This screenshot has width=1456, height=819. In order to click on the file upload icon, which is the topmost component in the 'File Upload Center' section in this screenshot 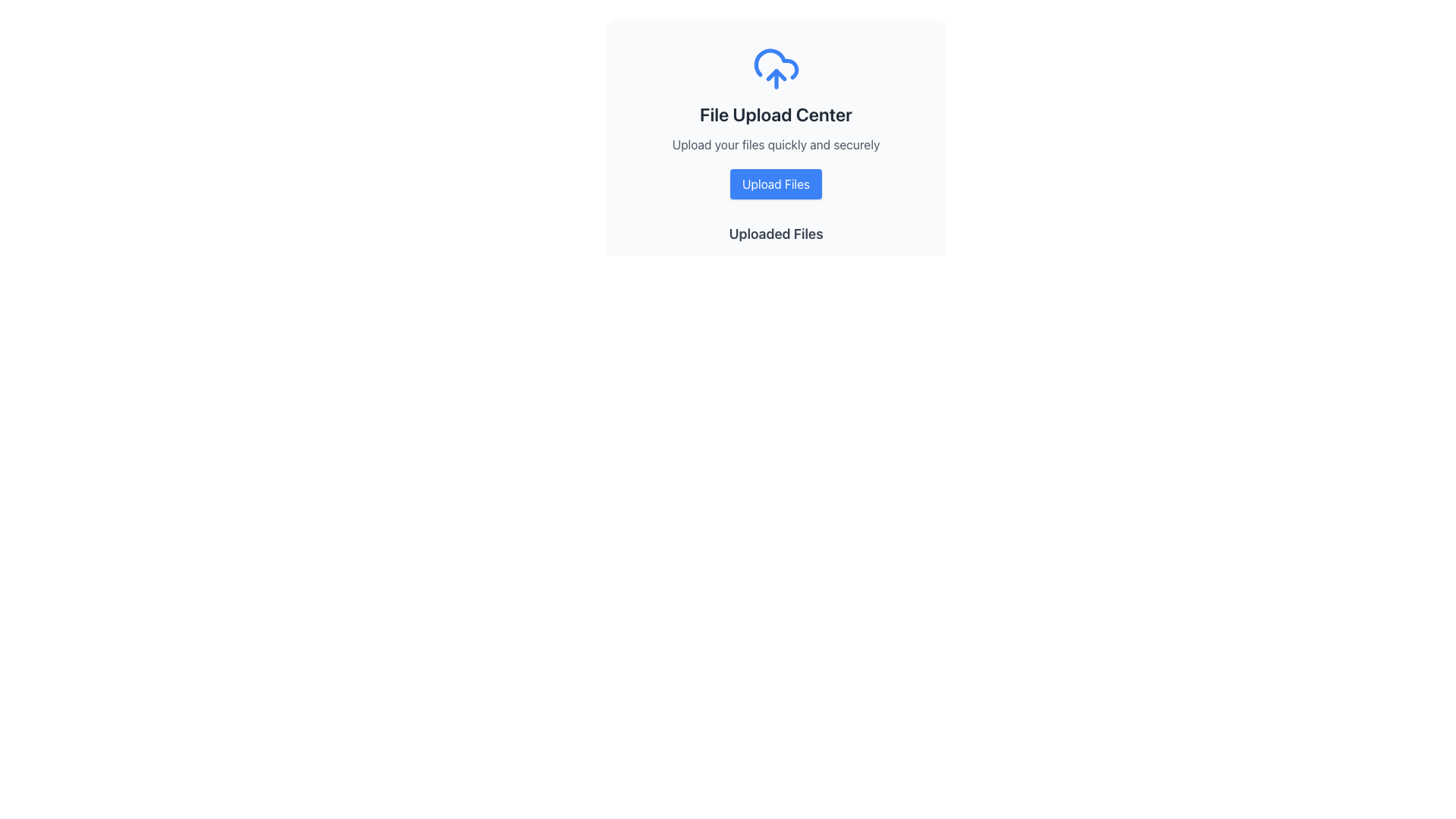, I will do `click(776, 69)`.